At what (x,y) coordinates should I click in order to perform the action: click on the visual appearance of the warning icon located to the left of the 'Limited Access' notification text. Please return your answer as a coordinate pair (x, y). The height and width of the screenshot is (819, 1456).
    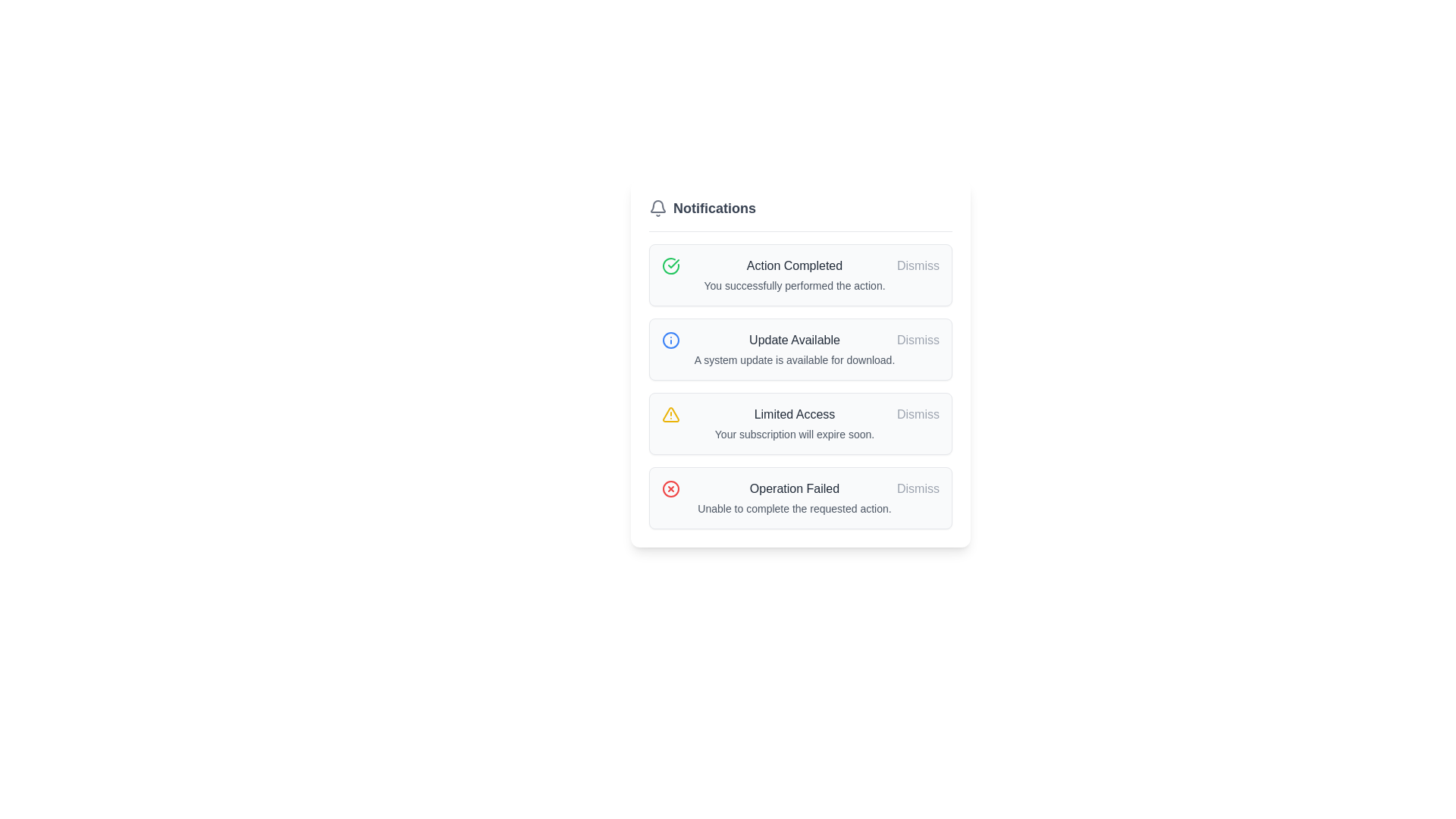
    Looking at the image, I should click on (670, 415).